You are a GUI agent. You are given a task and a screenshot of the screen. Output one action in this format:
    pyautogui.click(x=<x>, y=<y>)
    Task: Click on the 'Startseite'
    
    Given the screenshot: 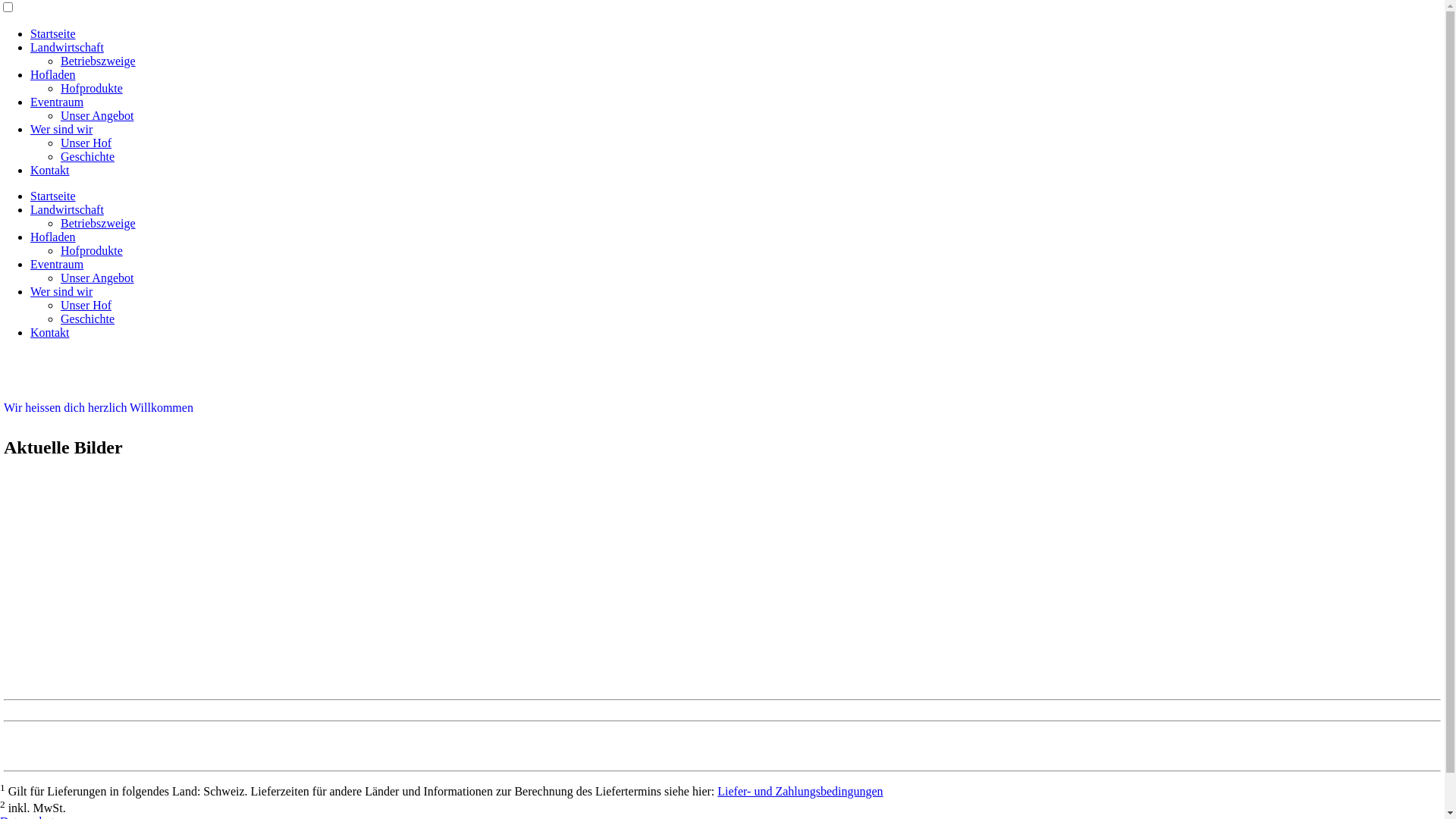 What is the action you would take?
    pyautogui.click(x=30, y=33)
    